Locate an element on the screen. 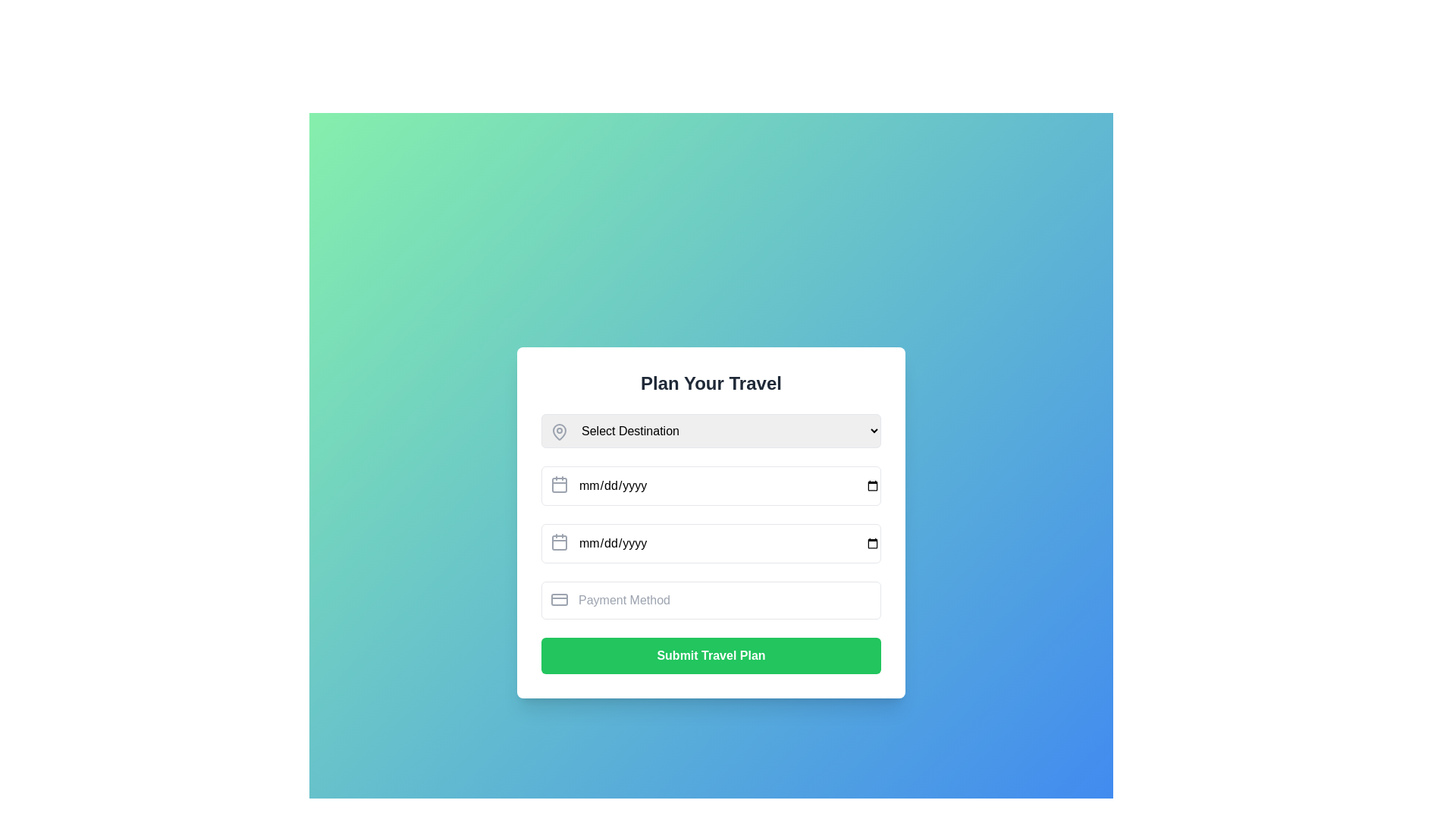 The height and width of the screenshot is (819, 1456). the minimalist gray calendar icon located to the left of the 'mm/dd/yyyy' text input box in the second row of the form is located at coordinates (559, 484).